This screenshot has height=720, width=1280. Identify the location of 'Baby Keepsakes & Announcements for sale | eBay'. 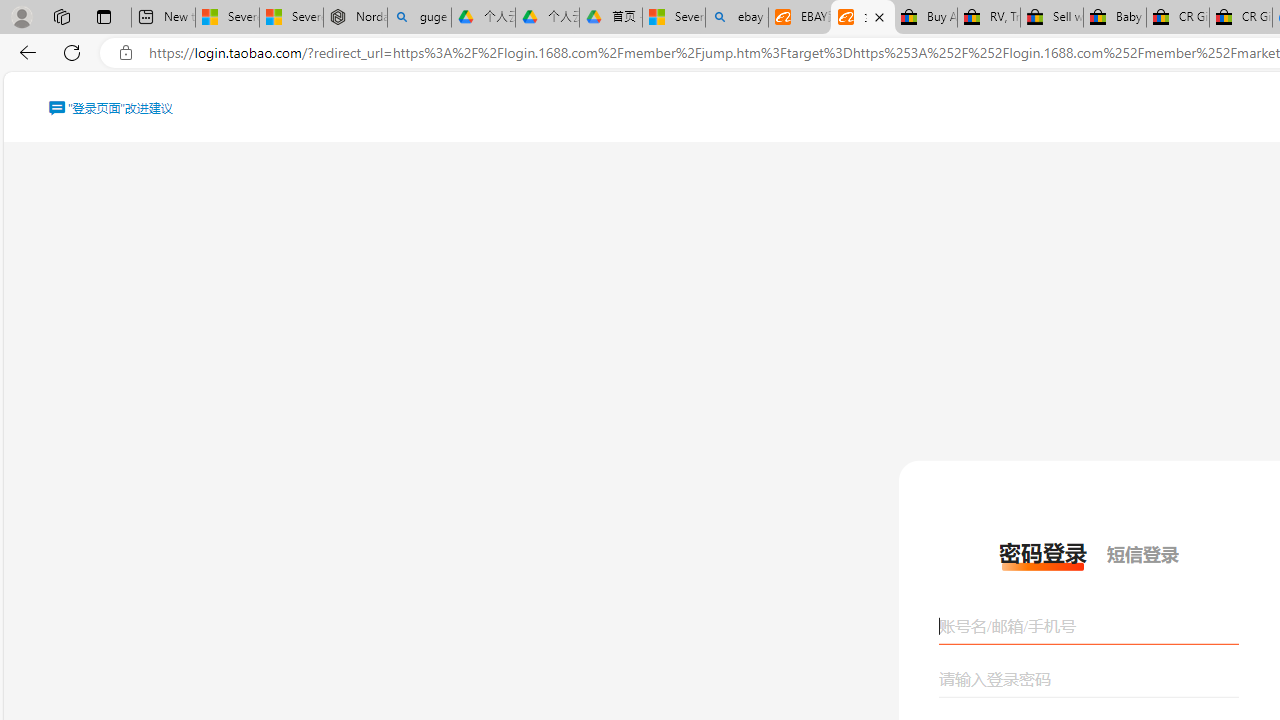
(1113, 17).